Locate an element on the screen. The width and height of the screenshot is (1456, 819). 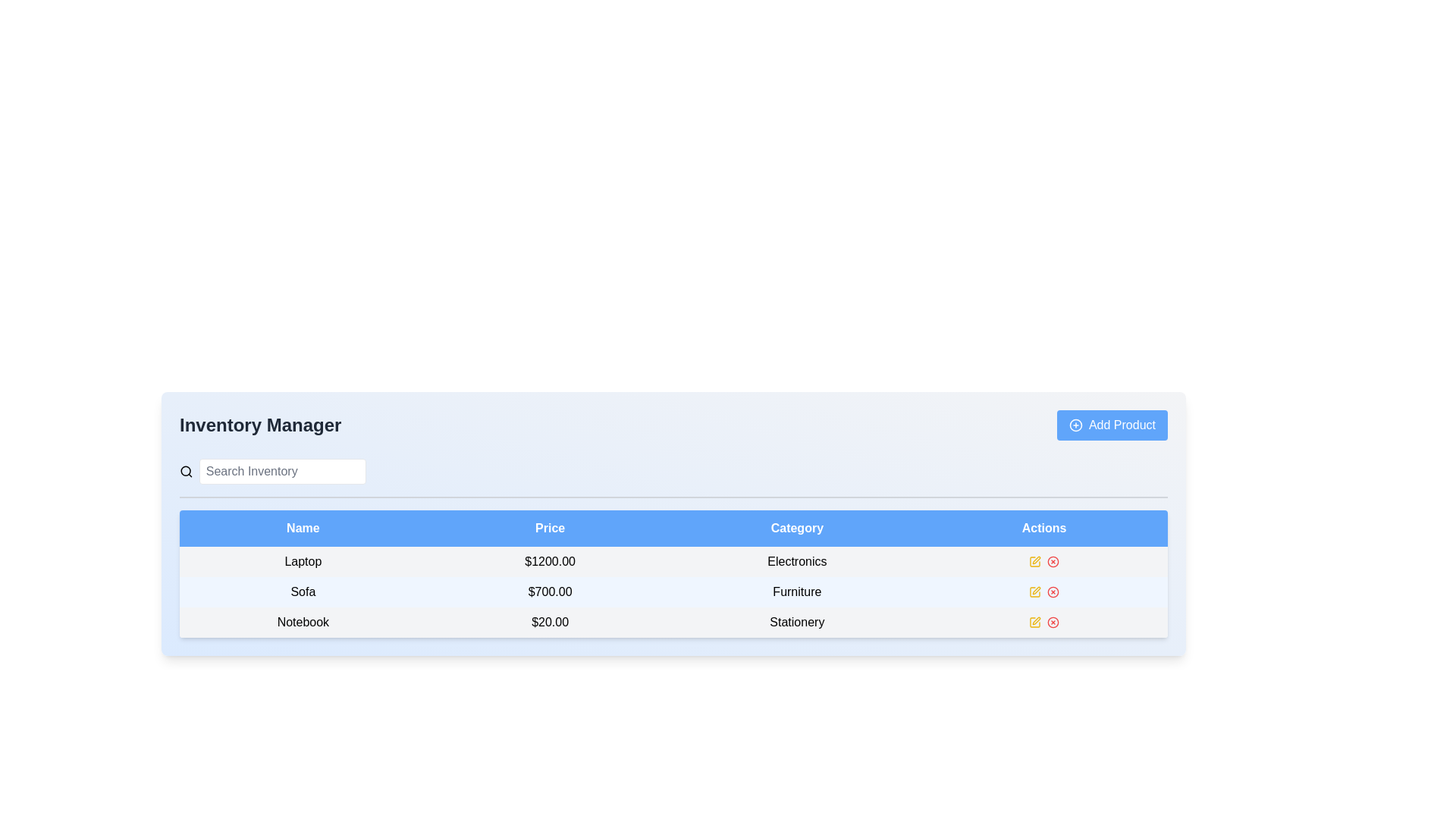
the edit icon in the 'Actions' column of the last row of the table, which resembles a pen and is the first icon for the 'Notebook' row is located at coordinates (1034, 623).